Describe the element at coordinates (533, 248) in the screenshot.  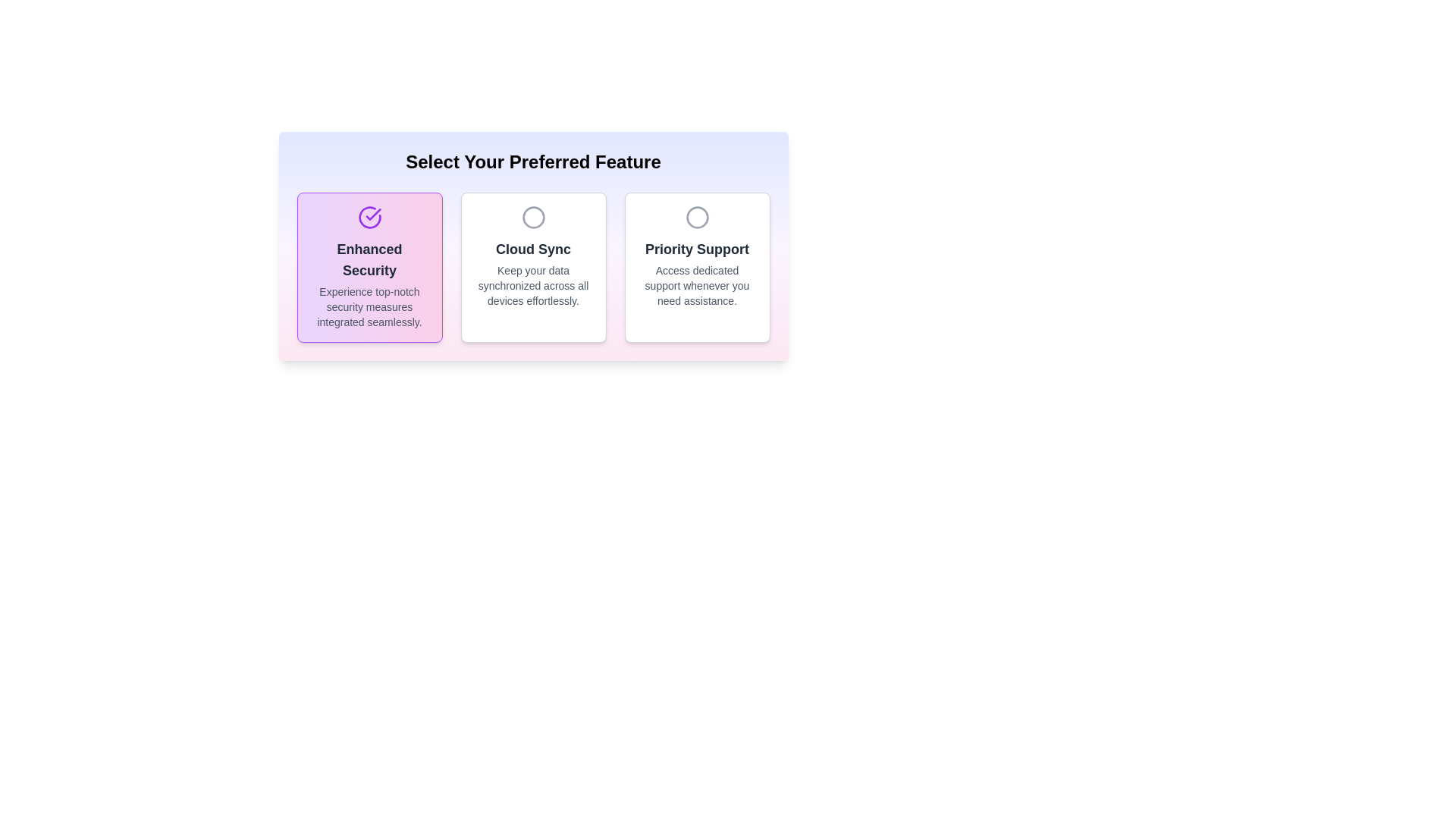
I see `the text label displaying 'Cloud Sync' in bold, dark gray color, located centrally within the second card under 'Select Your Preferred Feature'` at that location.